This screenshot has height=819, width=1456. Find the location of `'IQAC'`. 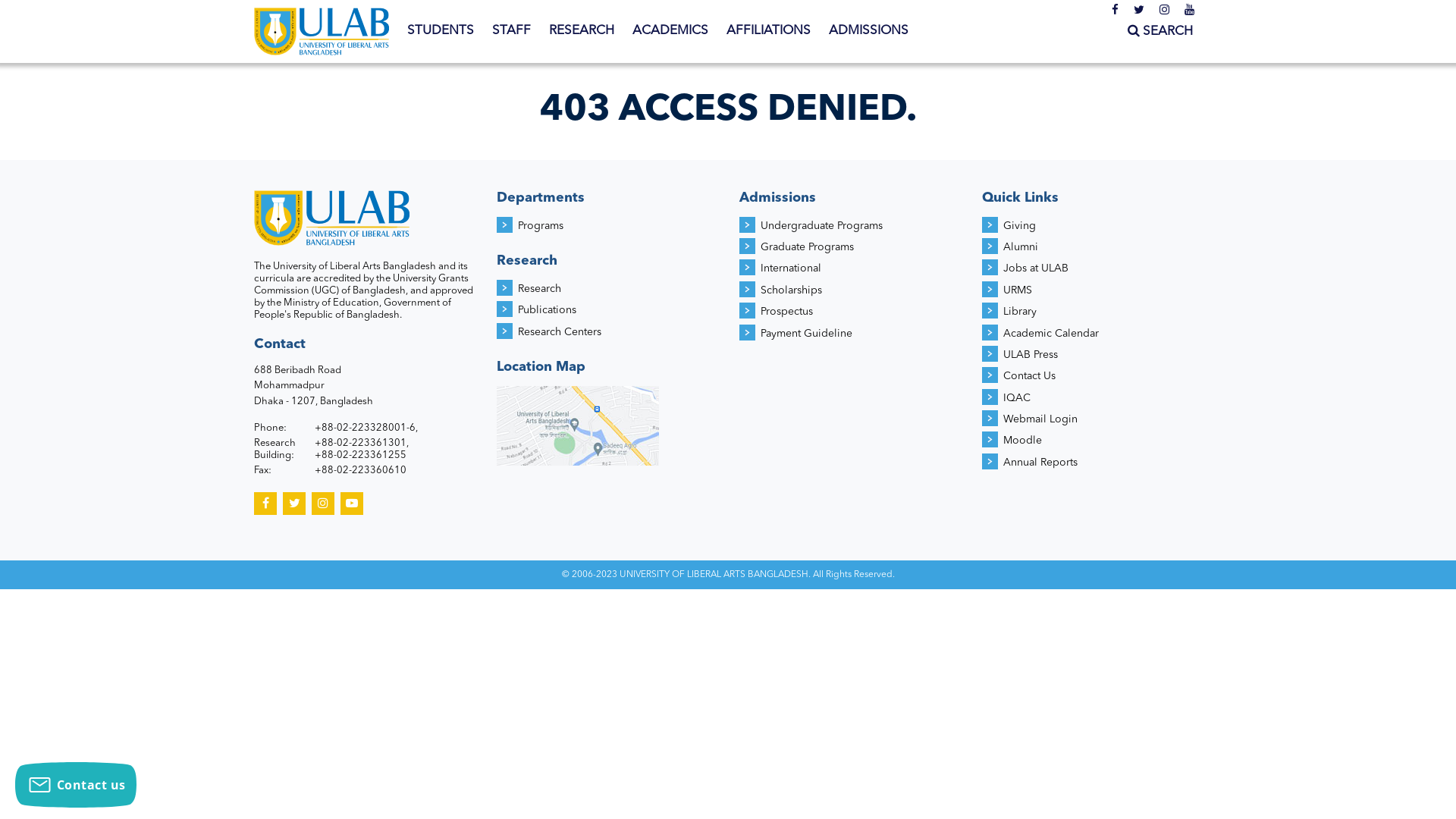

'IQAC' is located at coordinates (1016, 397).